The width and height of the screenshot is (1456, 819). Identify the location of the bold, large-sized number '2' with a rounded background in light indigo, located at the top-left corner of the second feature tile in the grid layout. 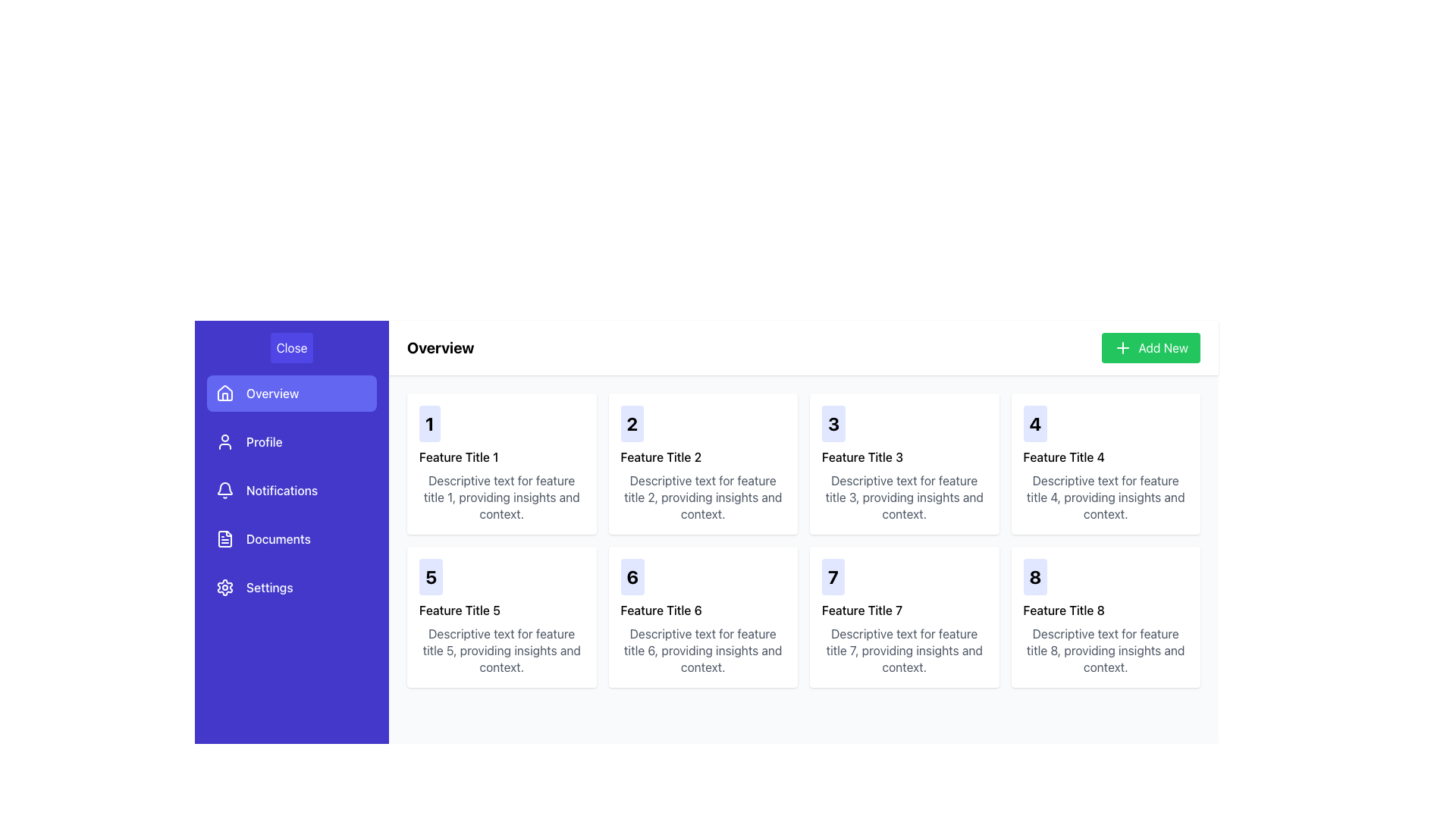
(632, 424).